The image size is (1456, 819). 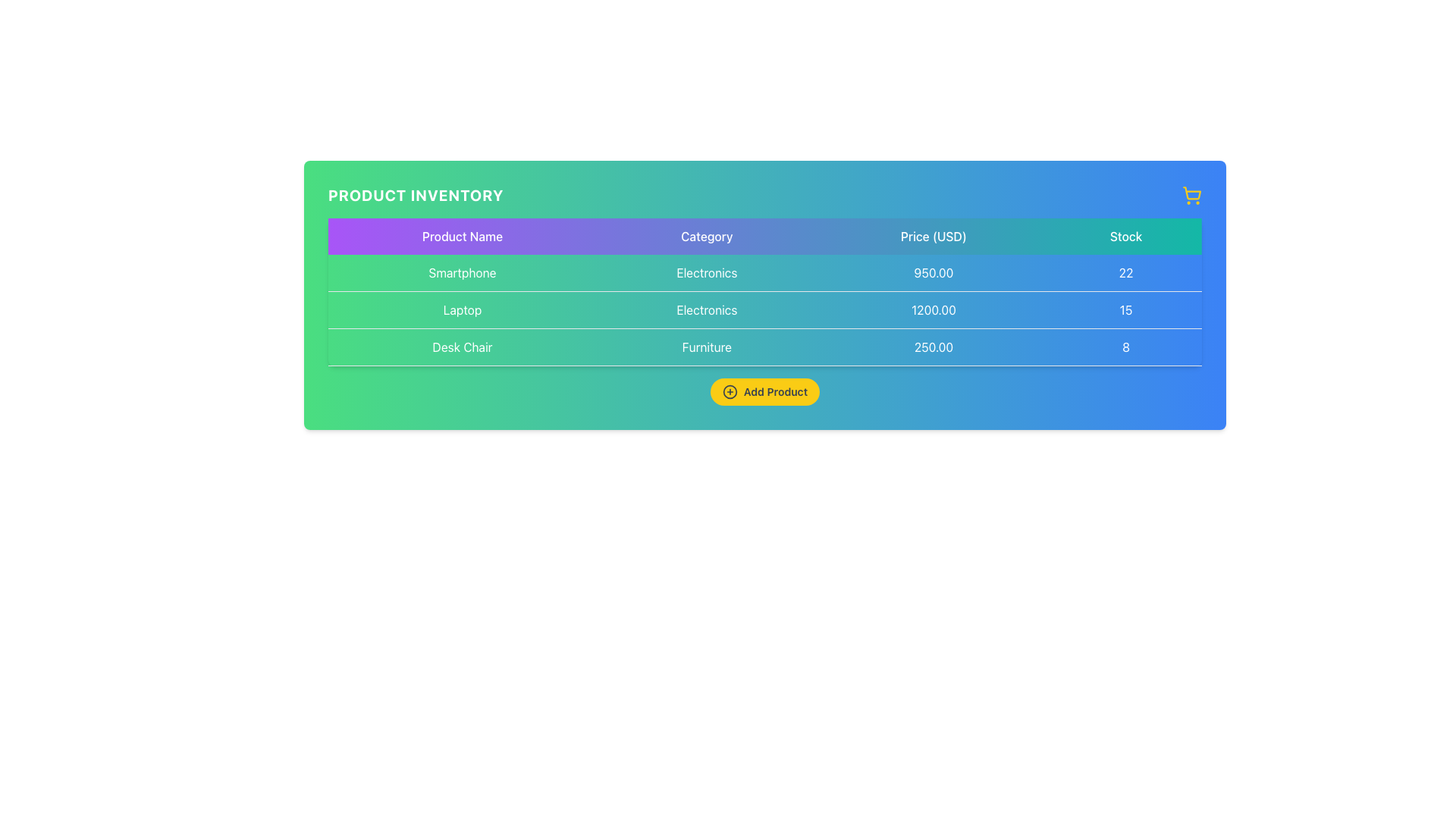 I want to click on the 'Product Name' text element in the table header which is styled with a medium-weight font and has a purple gradient background, so click(x=461, y=237).